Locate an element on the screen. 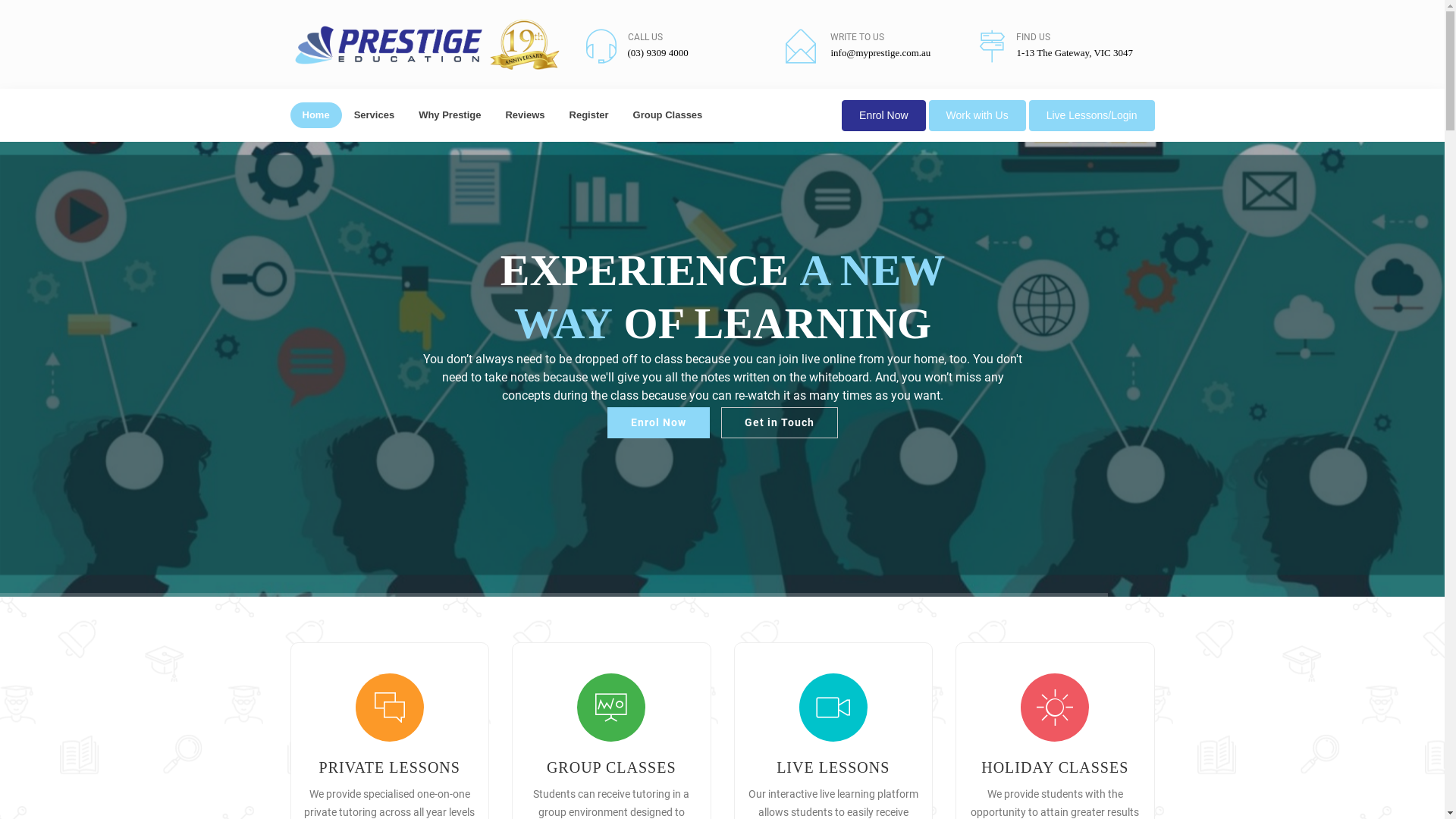 This screenshot has width=1456, height=819. 'Register' is located at coordinates (588, 114).